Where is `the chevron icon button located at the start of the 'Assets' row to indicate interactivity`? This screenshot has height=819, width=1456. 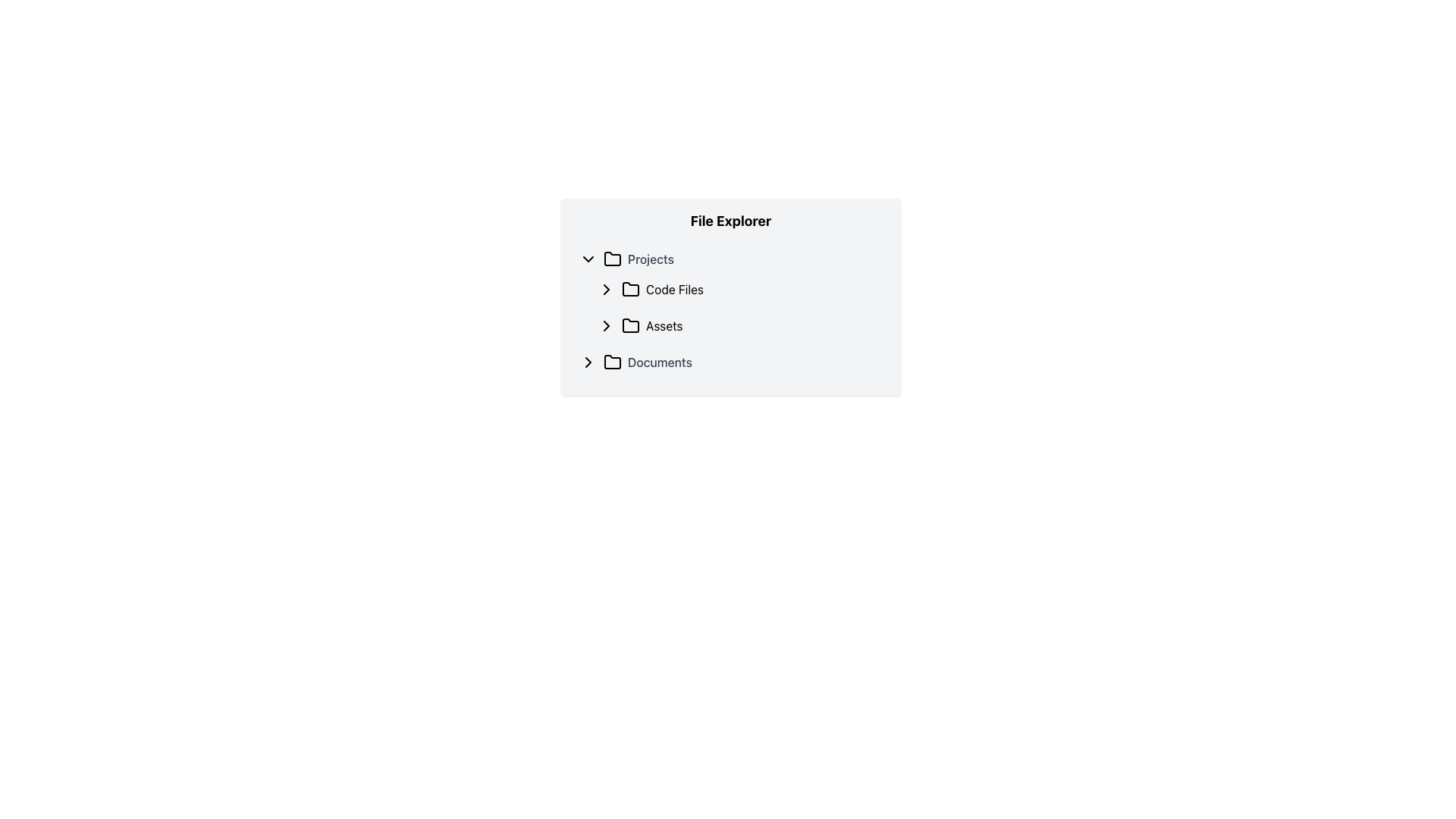 the chevron icon button located at the start of the 'Assets' row to indicate interactivity is located at coordinates (607, 325).